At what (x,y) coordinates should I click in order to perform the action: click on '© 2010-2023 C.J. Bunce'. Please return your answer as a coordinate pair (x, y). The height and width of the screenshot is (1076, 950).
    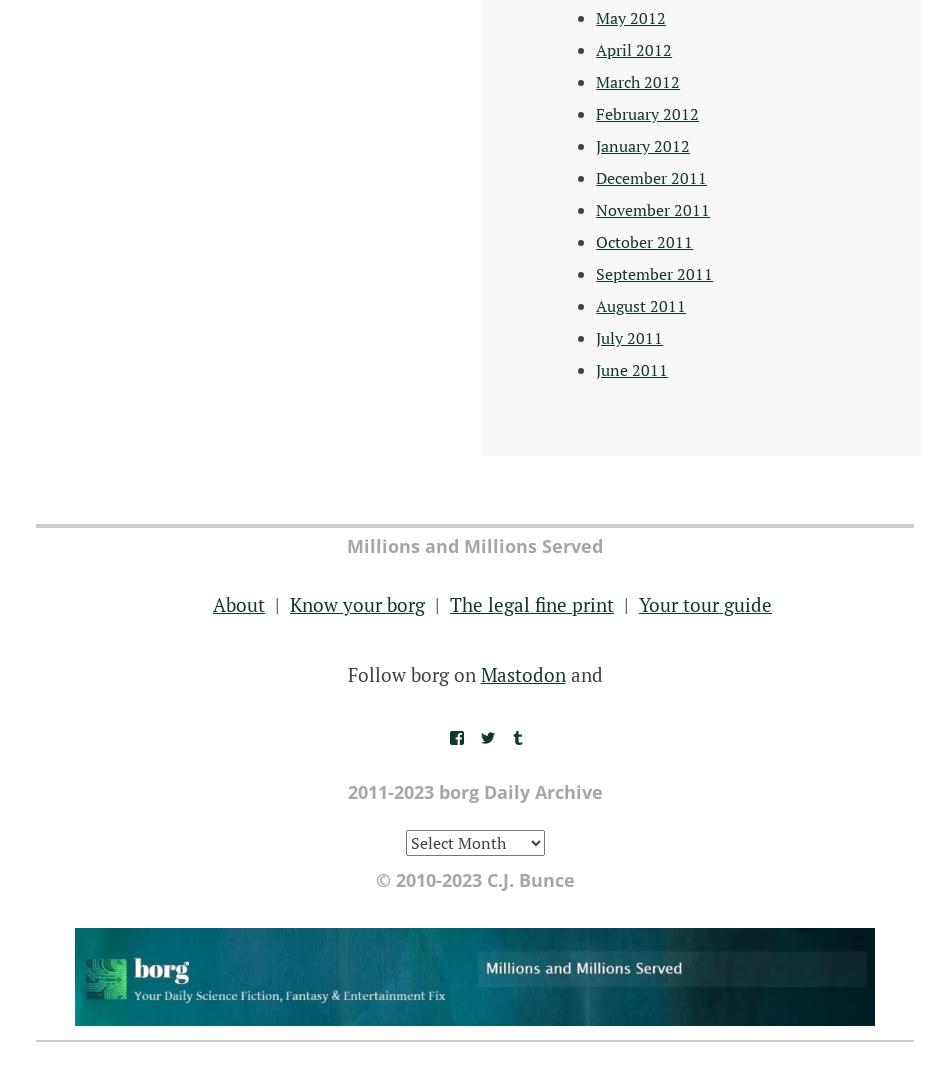
    Looking at the image, I should click on (473, 879).